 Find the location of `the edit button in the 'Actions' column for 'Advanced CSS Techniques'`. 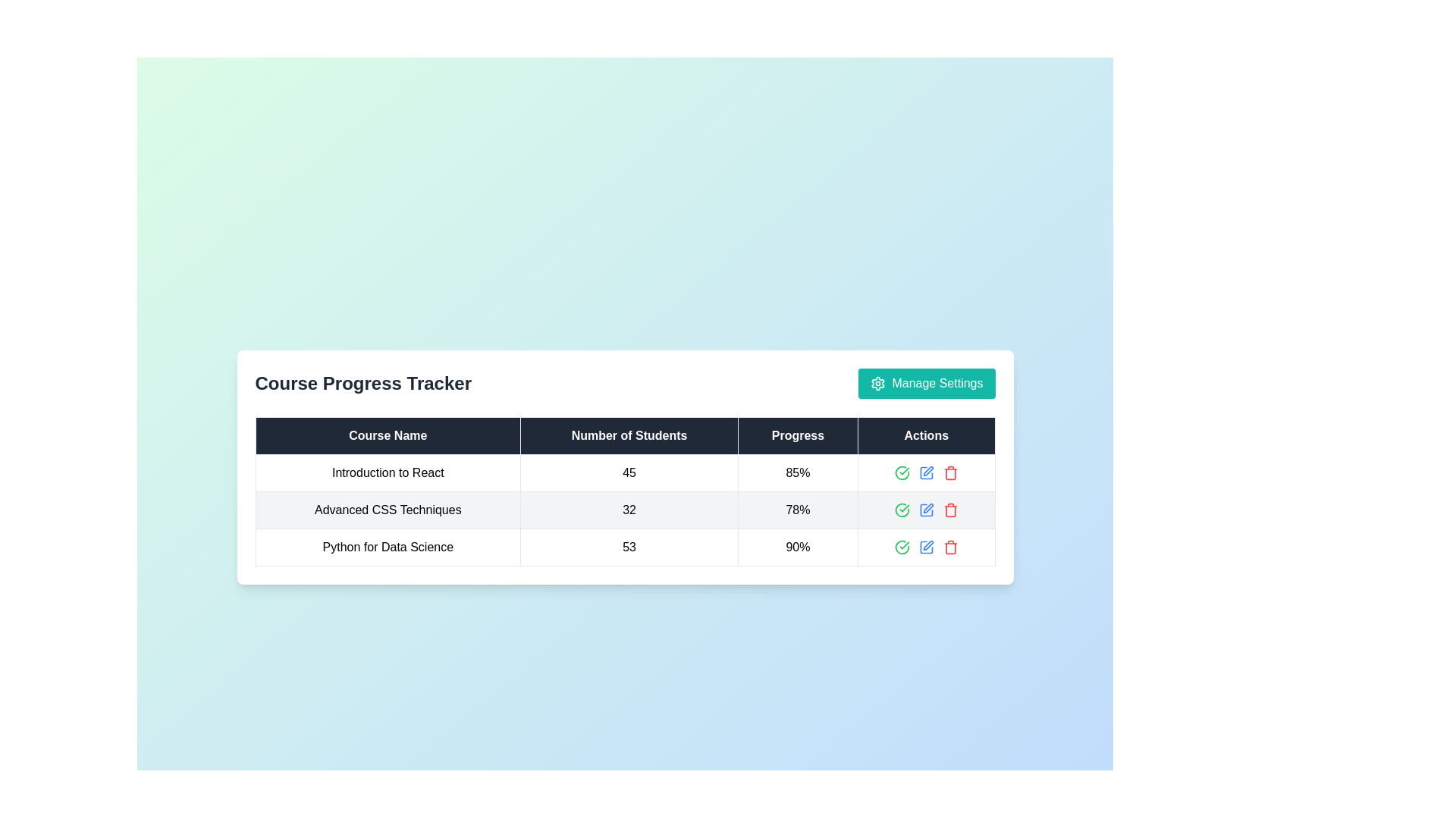

the edit button in the 'Actions' column for 'Advanced CSS Techniques' is located at coordinates (925, 510).